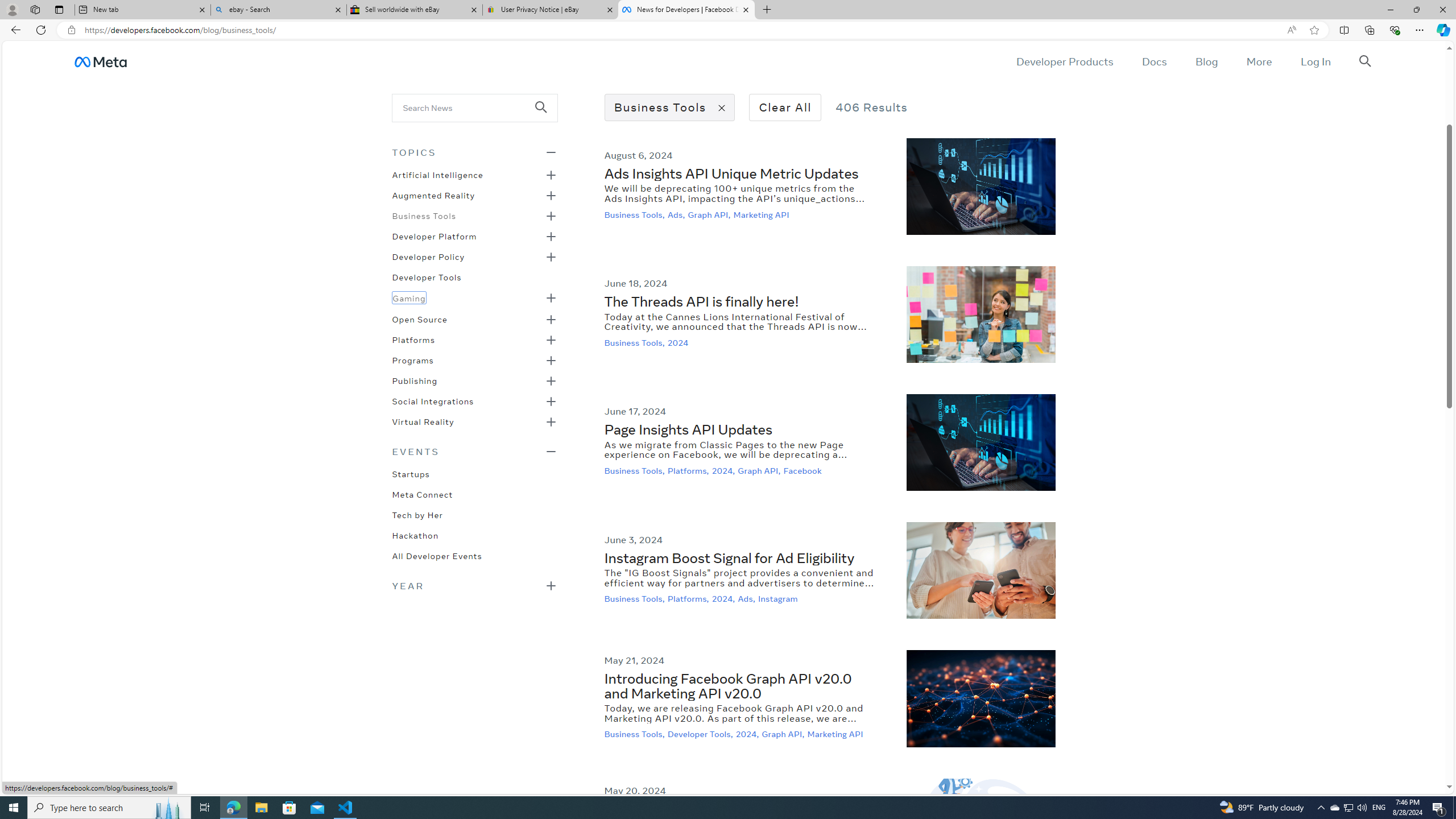  I want to click on 'Facebook', so click(804, 470).